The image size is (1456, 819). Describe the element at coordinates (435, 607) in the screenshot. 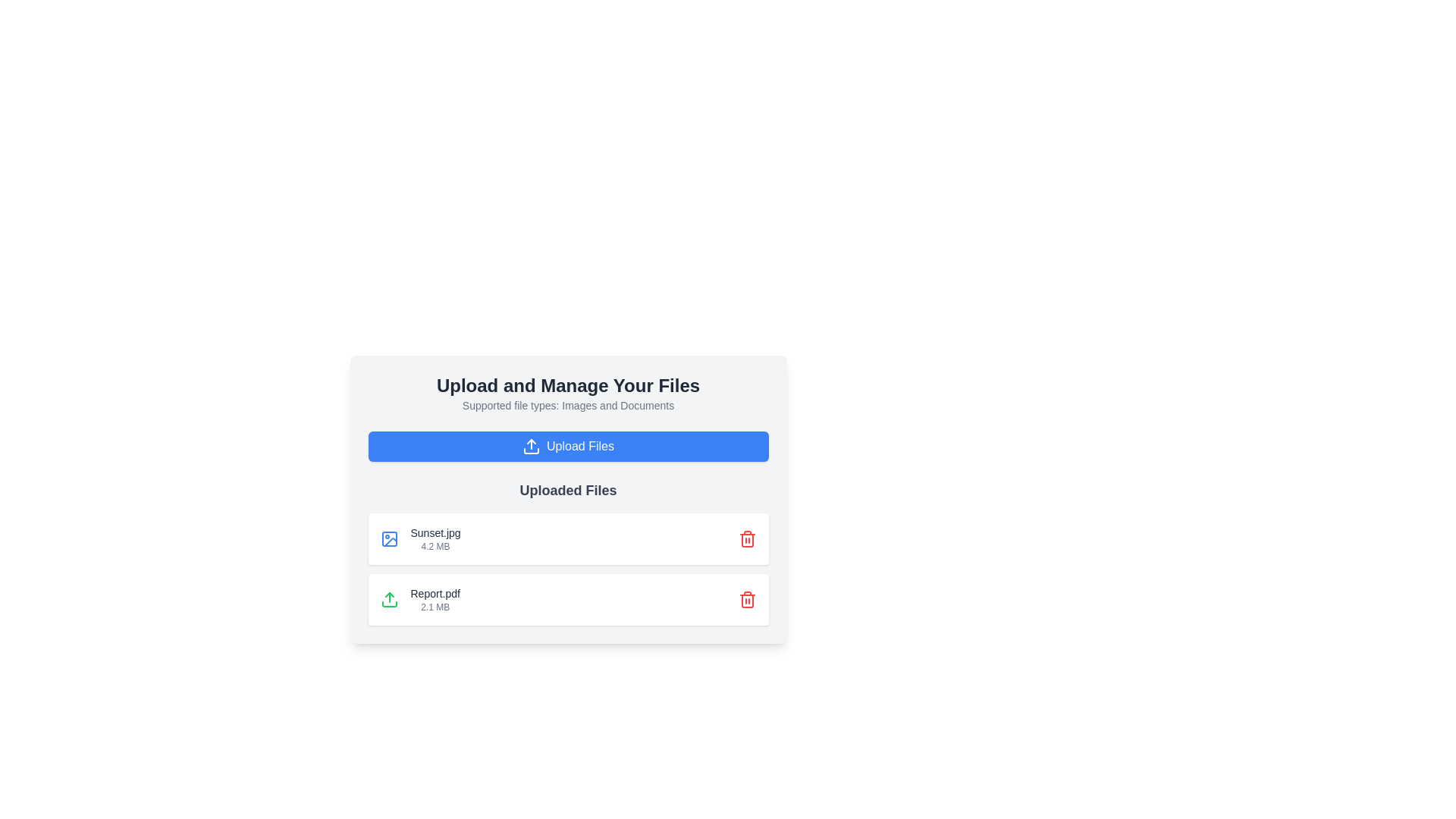

I see `the Text label indicating the size of the file in megabytes, which is positioned below the 'Report.pdf' text and aligns to its left` at that location.